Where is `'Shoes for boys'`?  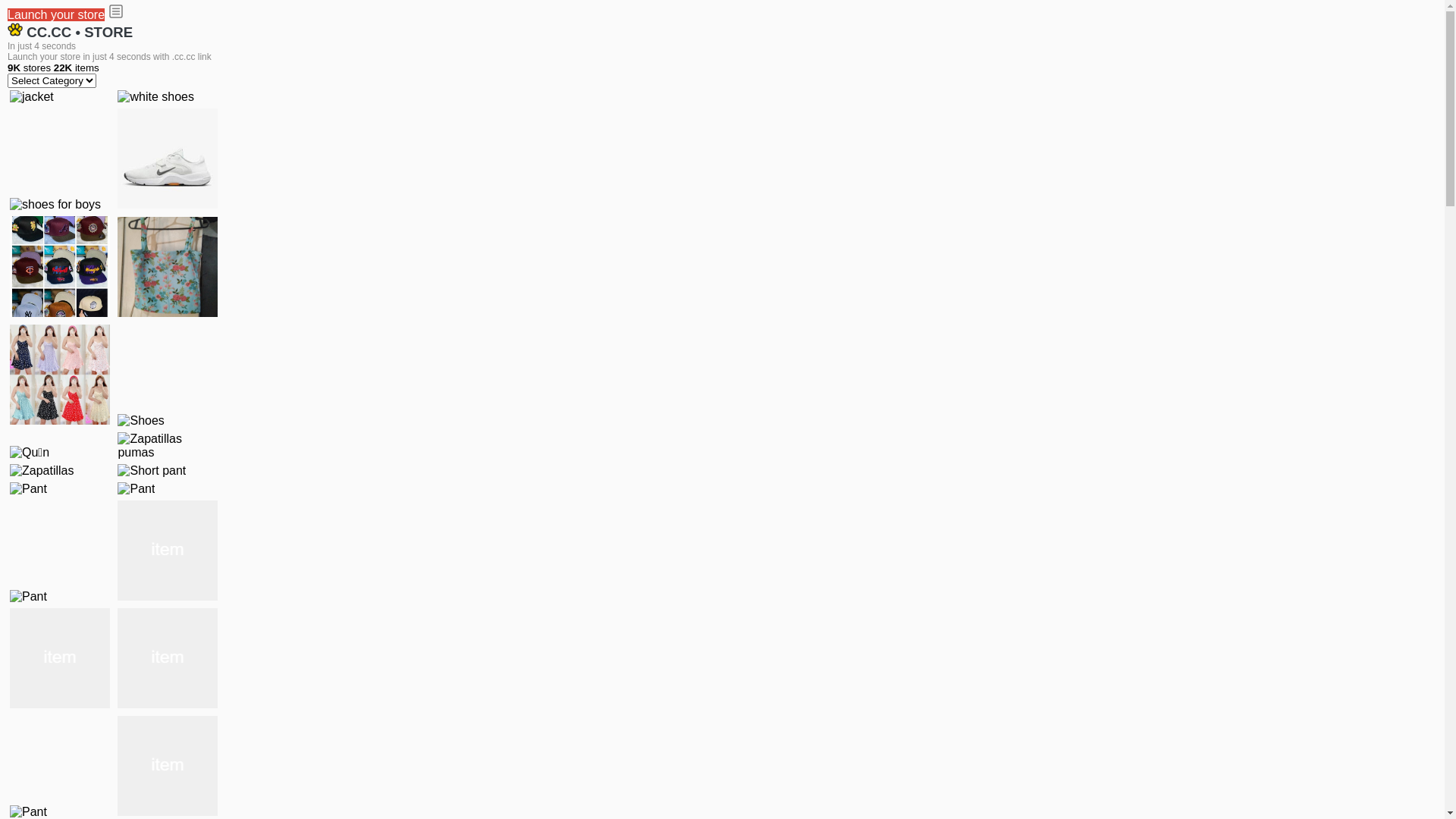 'Shoes for boys' is located at coordinates (116, 158).